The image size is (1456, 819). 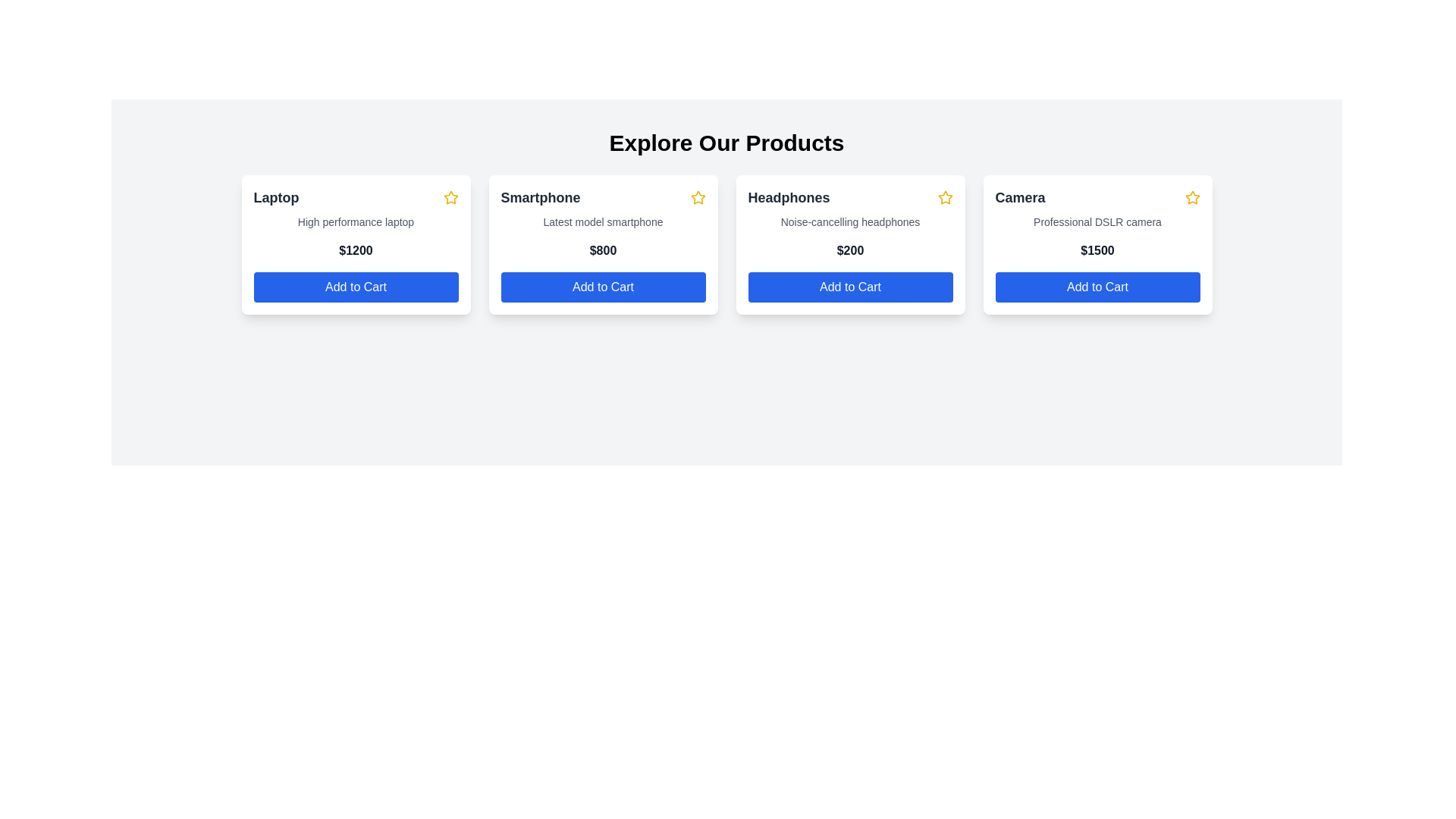 What do you see at coordinates (450, 197) in the screenshot?
I see `the star-shaped icon with a yellow outline located in the top right corner of the 'Laptop' product card to favorite or unfavorite the item` at bounding box center [450, 197].